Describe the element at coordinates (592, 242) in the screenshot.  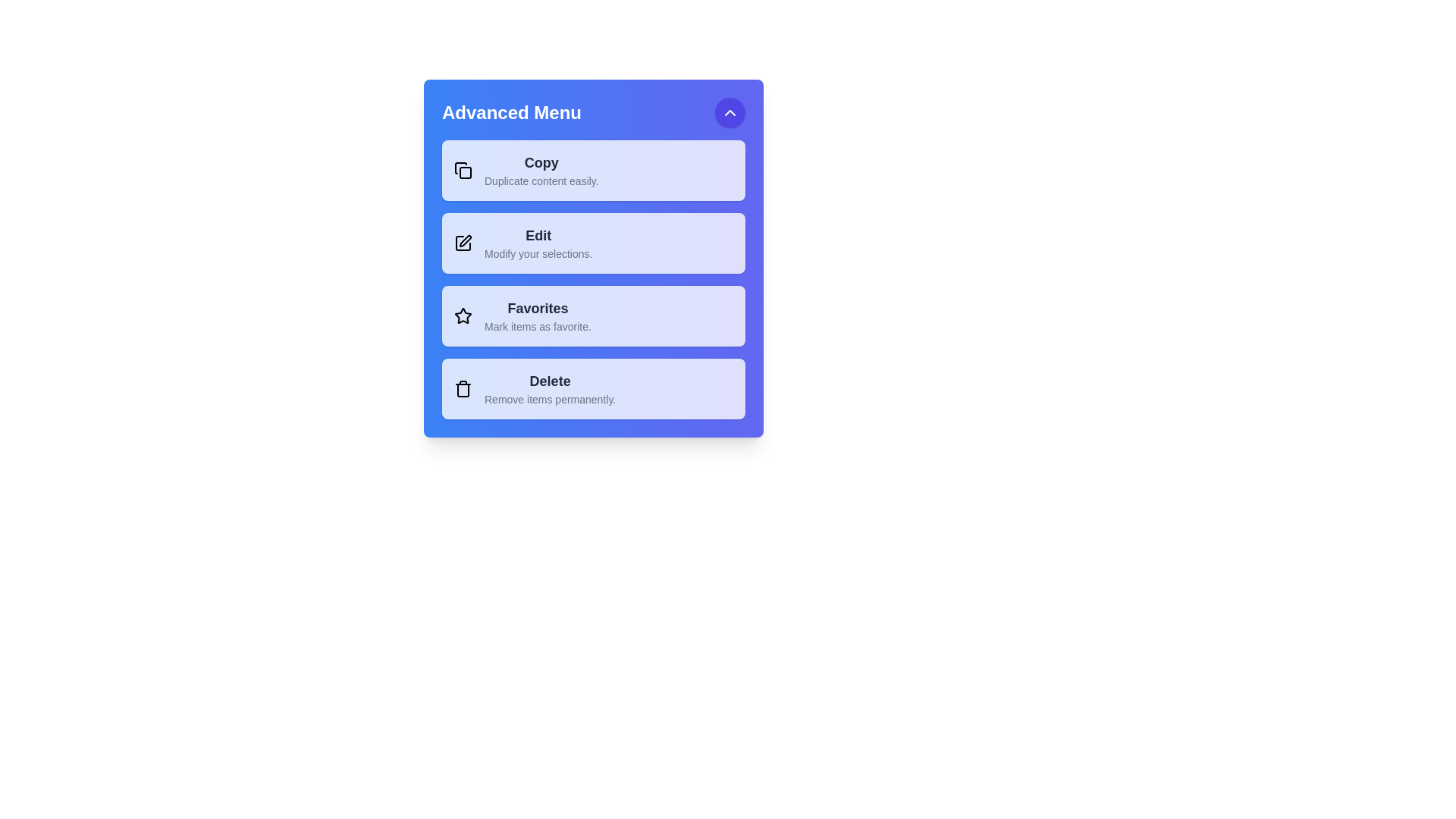
I see `the menu item Edit from the AdvancedInteractiveMenu` at that location.